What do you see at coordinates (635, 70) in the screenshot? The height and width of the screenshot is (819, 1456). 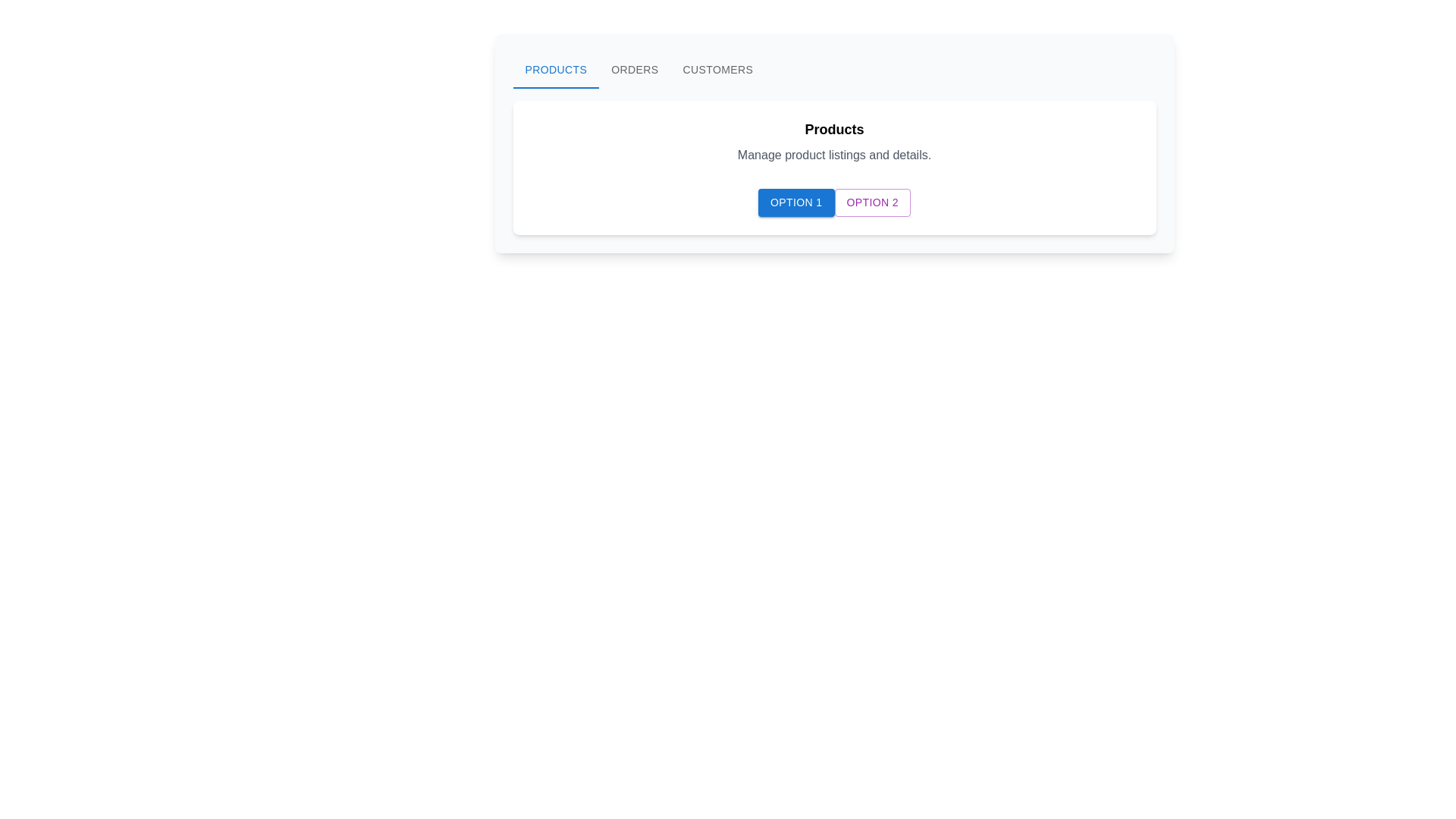 I see `the 'Orders' tab, which is the middle tab in a horizontal tab list with a light grey background and black text` at bounding box center [635, 70].